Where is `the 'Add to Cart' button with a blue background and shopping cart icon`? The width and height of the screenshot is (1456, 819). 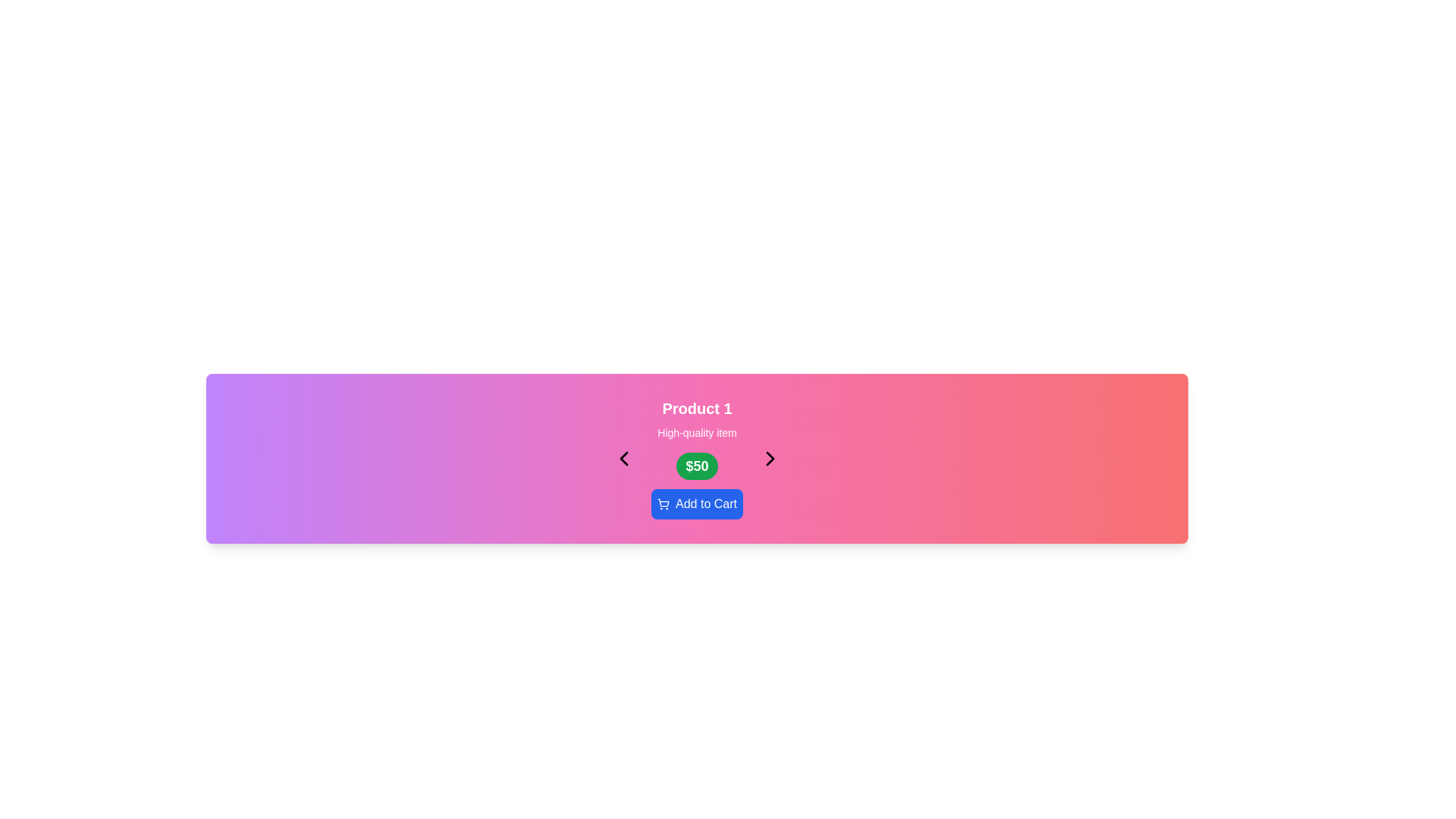 the 'Add to Cart' button with a blue background and shopping cart icon is located at coordinates (696, 504).